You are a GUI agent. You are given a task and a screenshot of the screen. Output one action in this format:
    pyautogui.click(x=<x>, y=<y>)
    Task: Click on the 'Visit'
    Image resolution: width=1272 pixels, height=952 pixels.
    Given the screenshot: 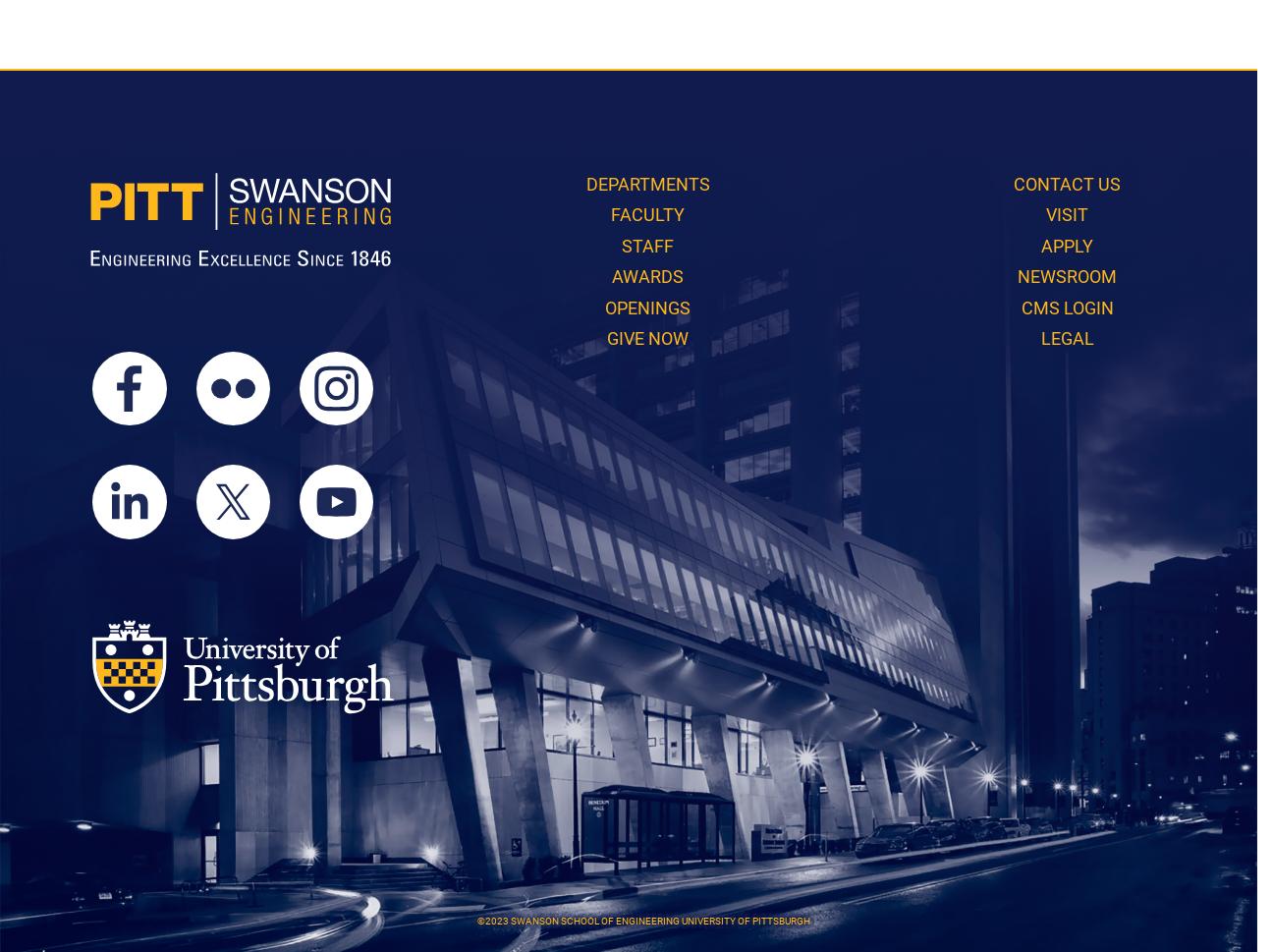 What is the action you would take?
    pyautogui.click(x=1067, y=214)
    